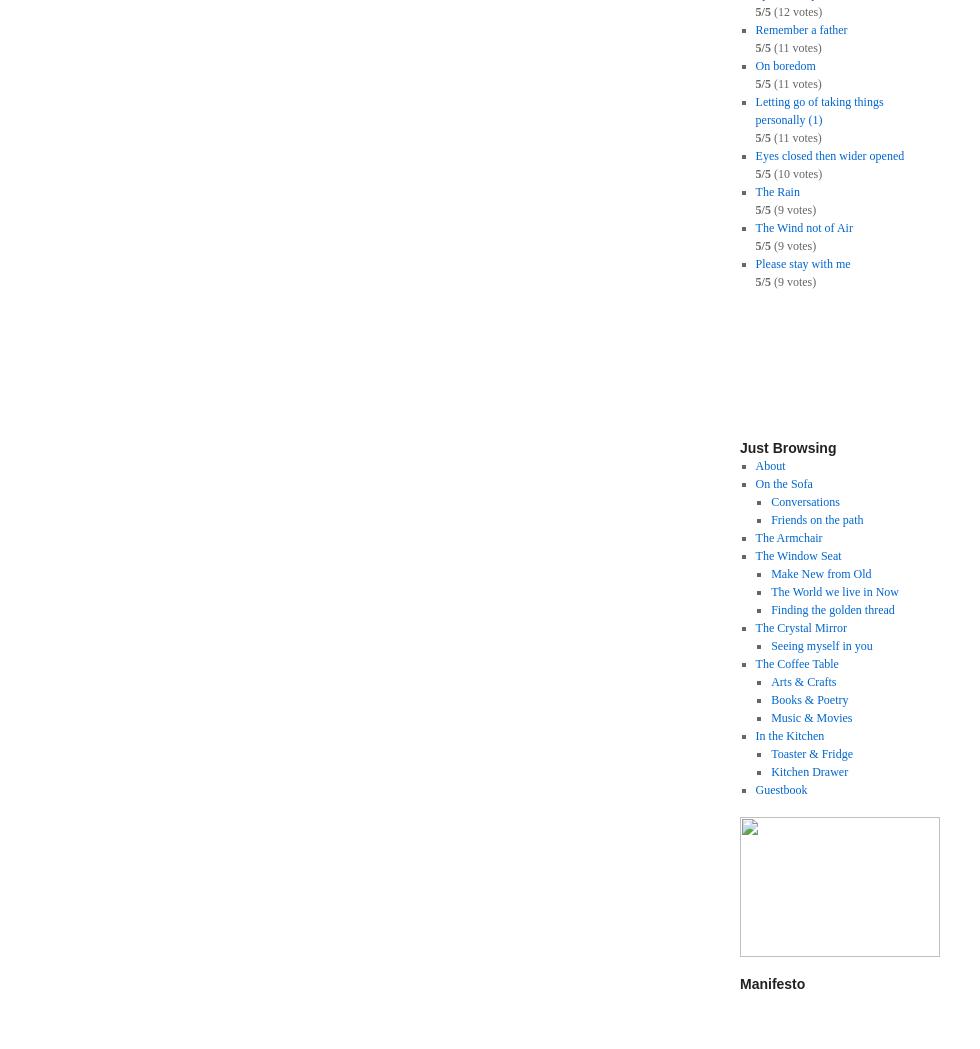 The height and width of the screenshot is (1049, 980). I want to click on 'Seeing myself in you', so click(821, 645).